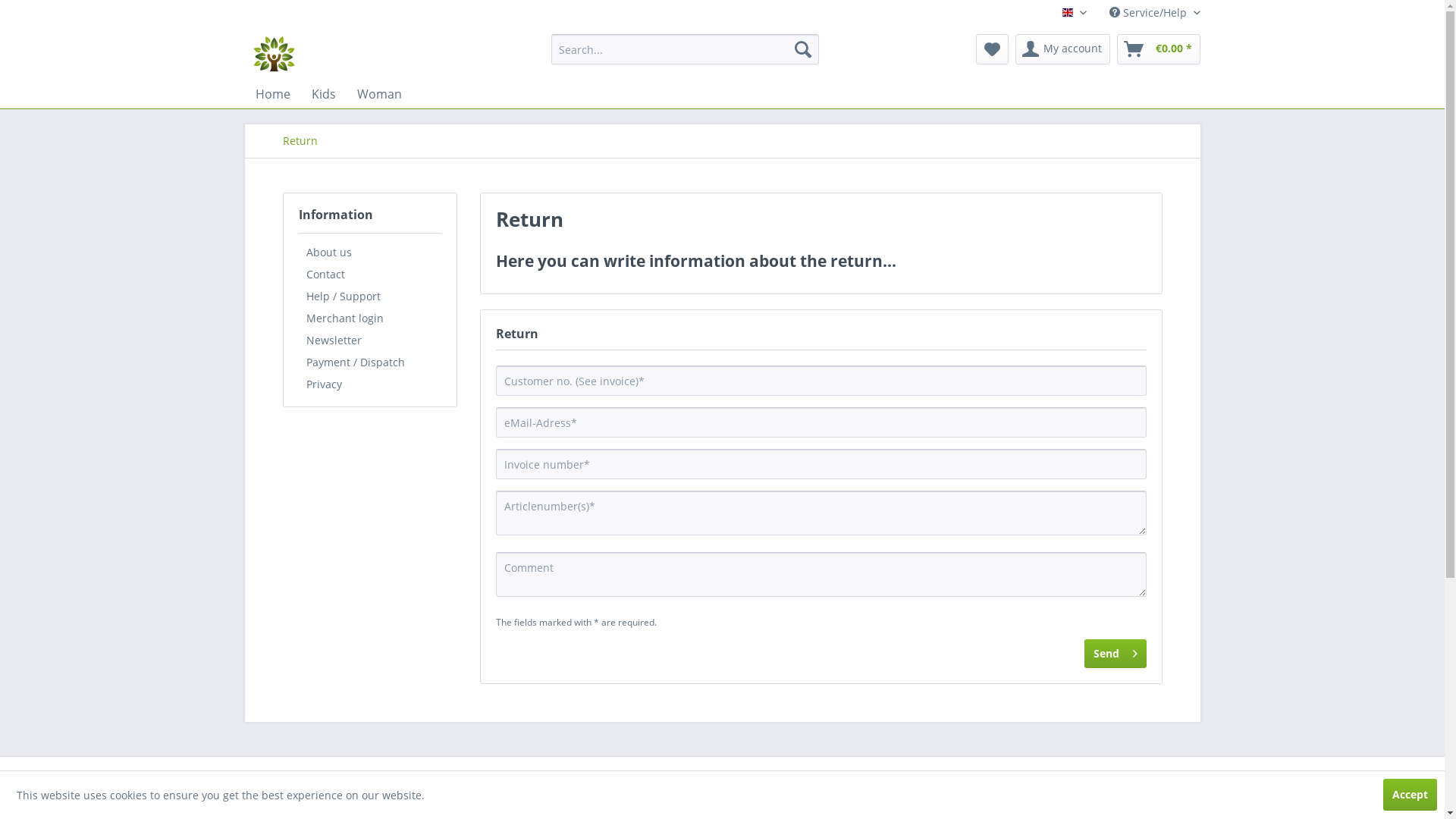 The image size is (1456, 819). What do you see at coordinates (370, 362) in the screenshot?
I see `'Payment / Dispatch'` at bounding box center [370, 362].